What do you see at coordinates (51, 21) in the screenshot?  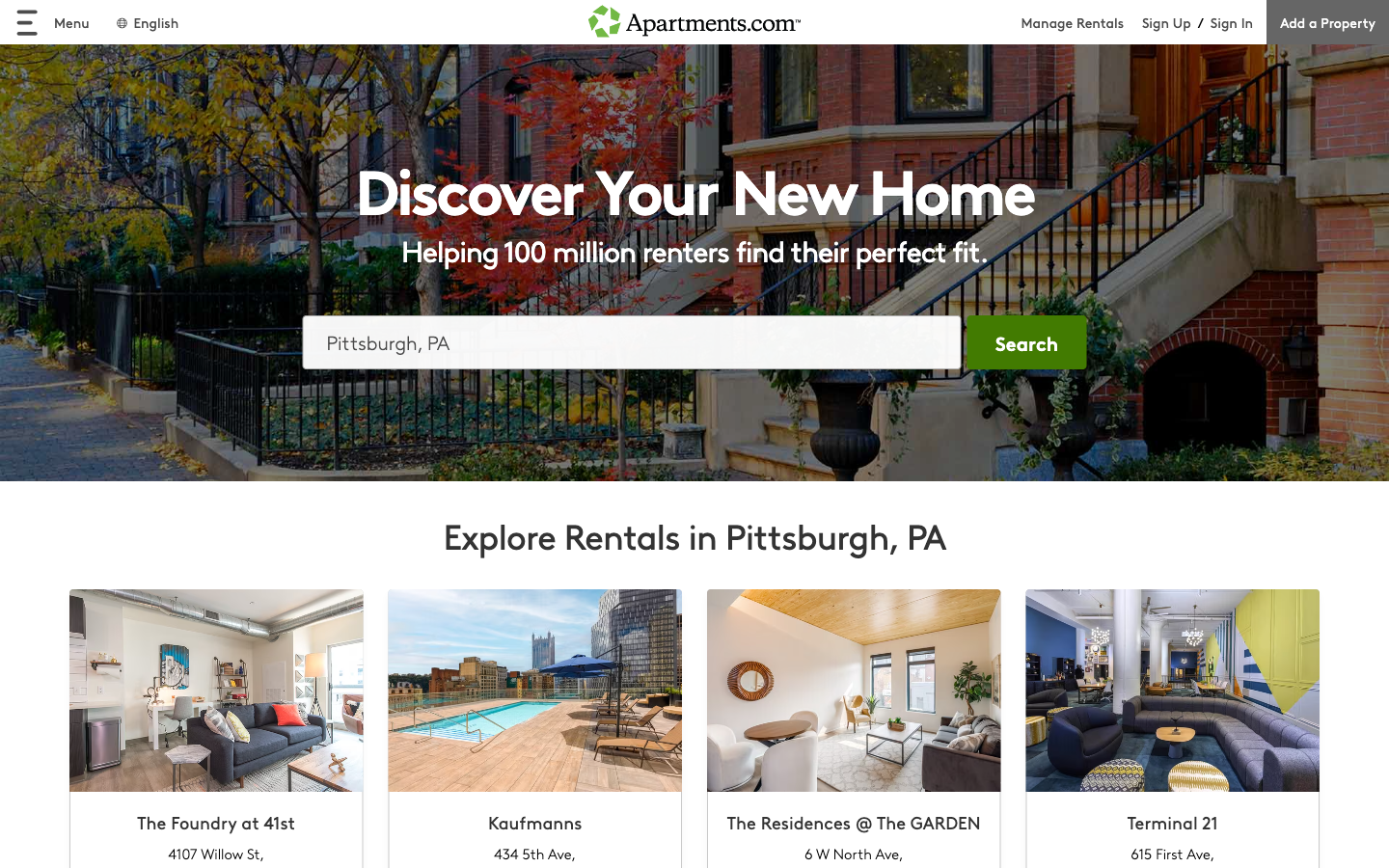 I see `reveal menu dropdown` at bounding box center [51, 21].